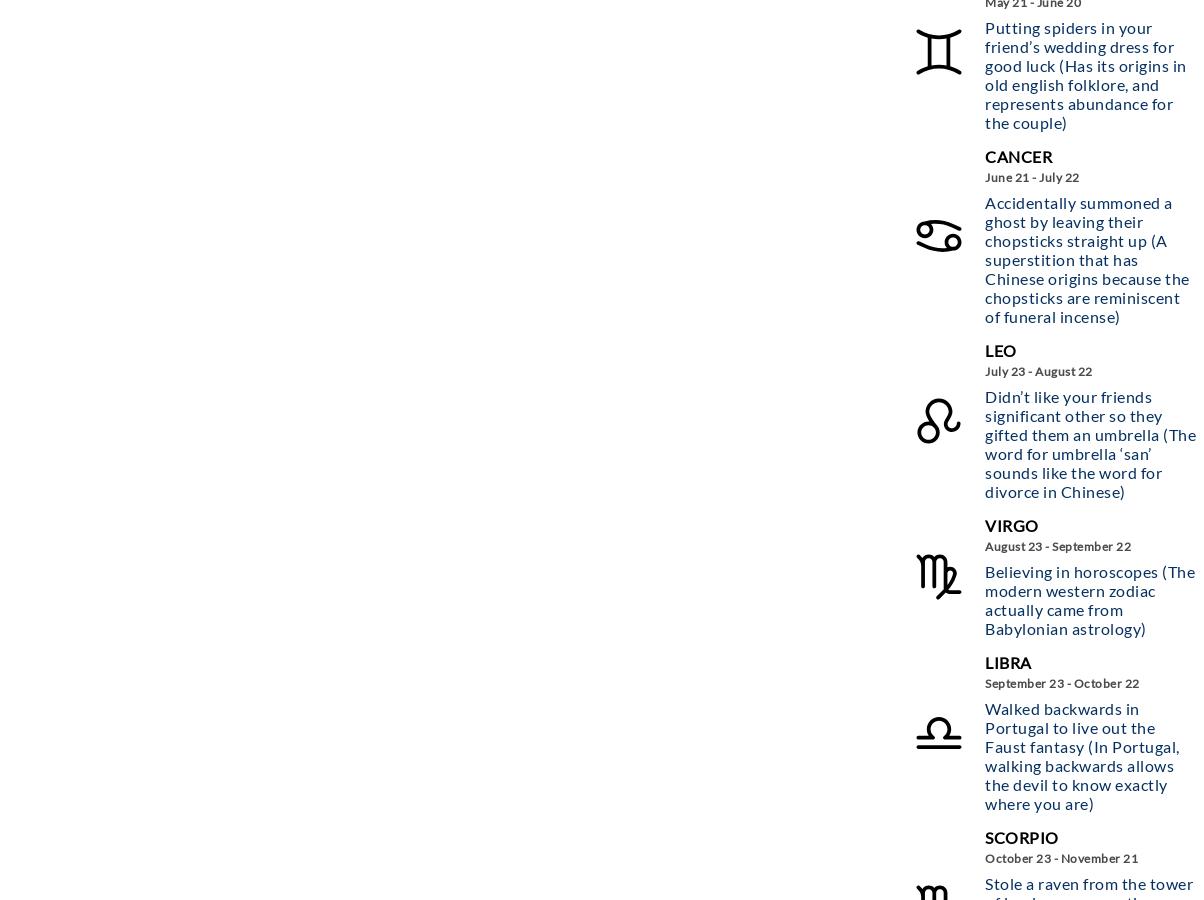 This screenshot has width=1204, height=900. What do you see at coordinates (1038, 370) in the screenshot?
I see `'July 23 - August 22'` at bounding box center [1038, 370].